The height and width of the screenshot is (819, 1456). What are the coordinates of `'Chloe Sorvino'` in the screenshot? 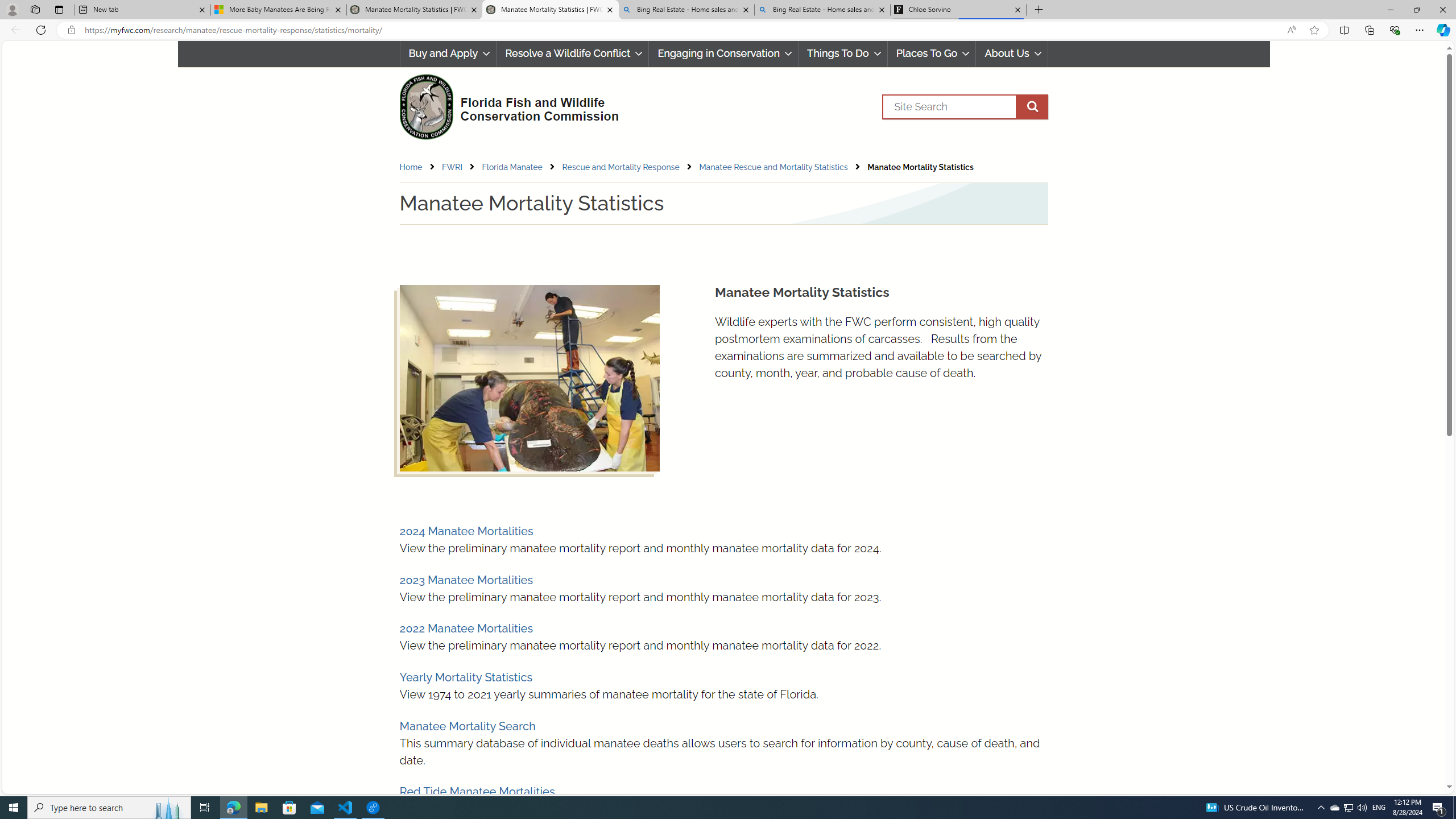 It's located at (957, 9).